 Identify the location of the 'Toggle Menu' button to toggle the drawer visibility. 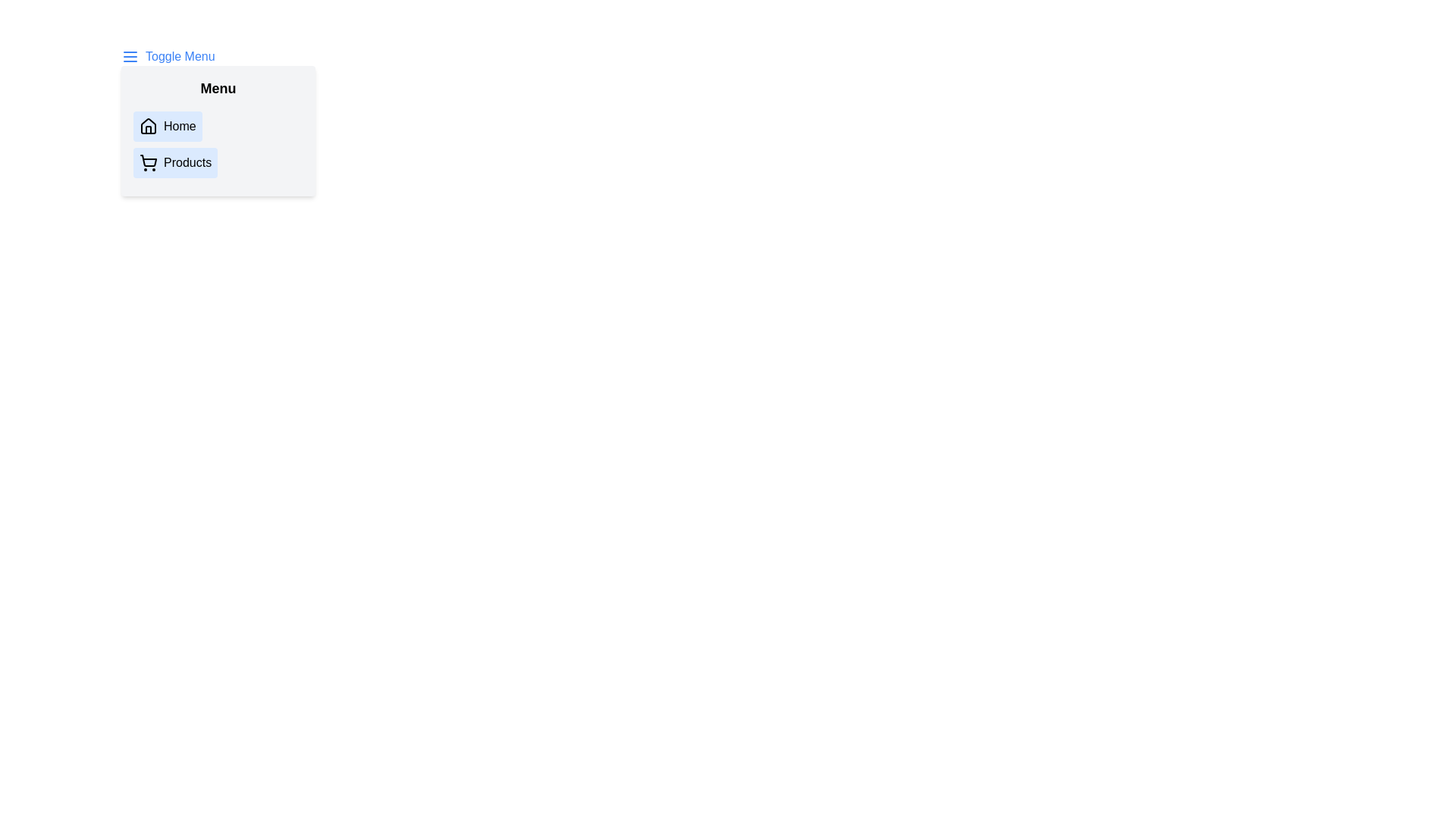
(167, 55).